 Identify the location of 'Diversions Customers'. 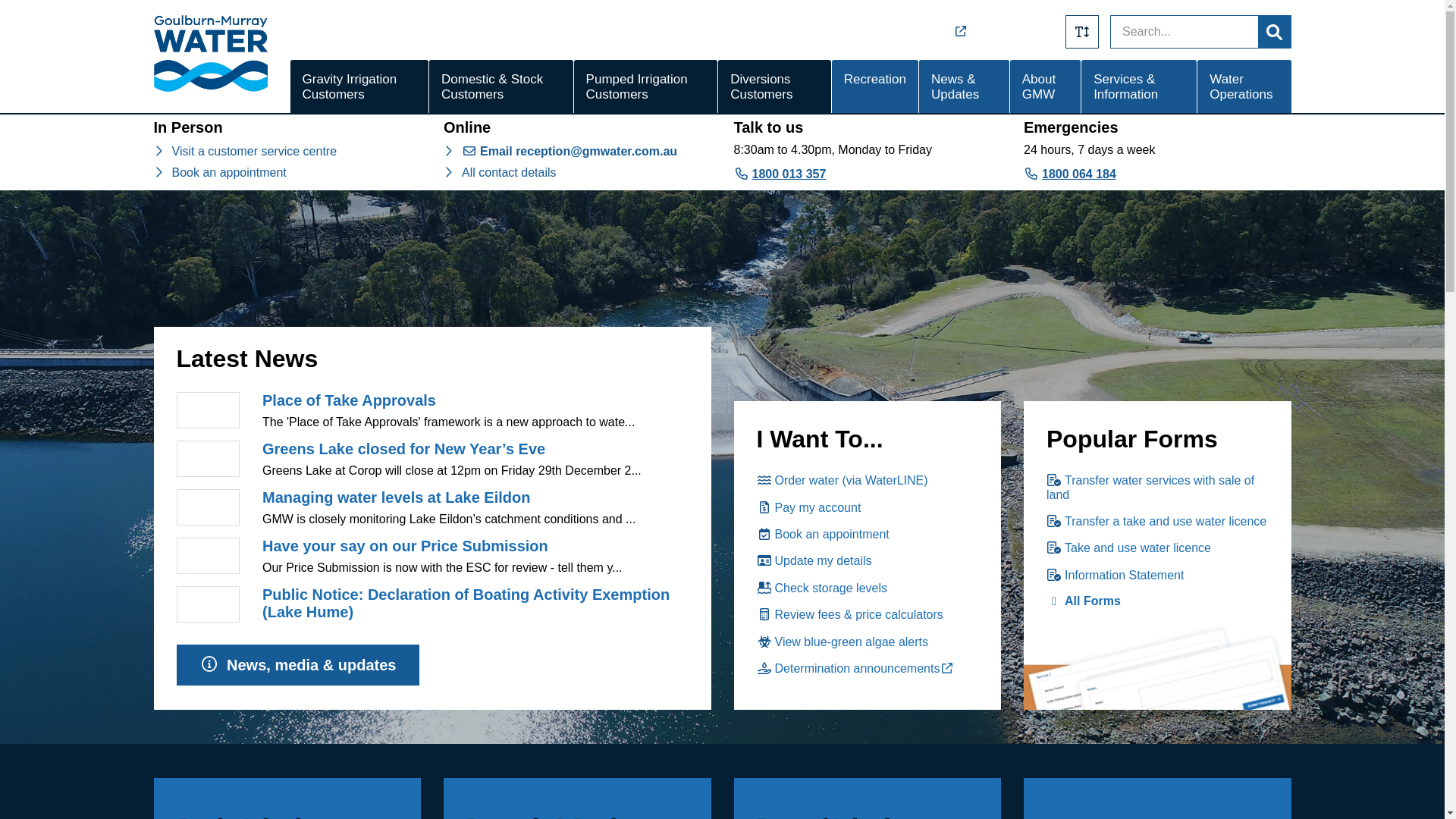
(717, 87).